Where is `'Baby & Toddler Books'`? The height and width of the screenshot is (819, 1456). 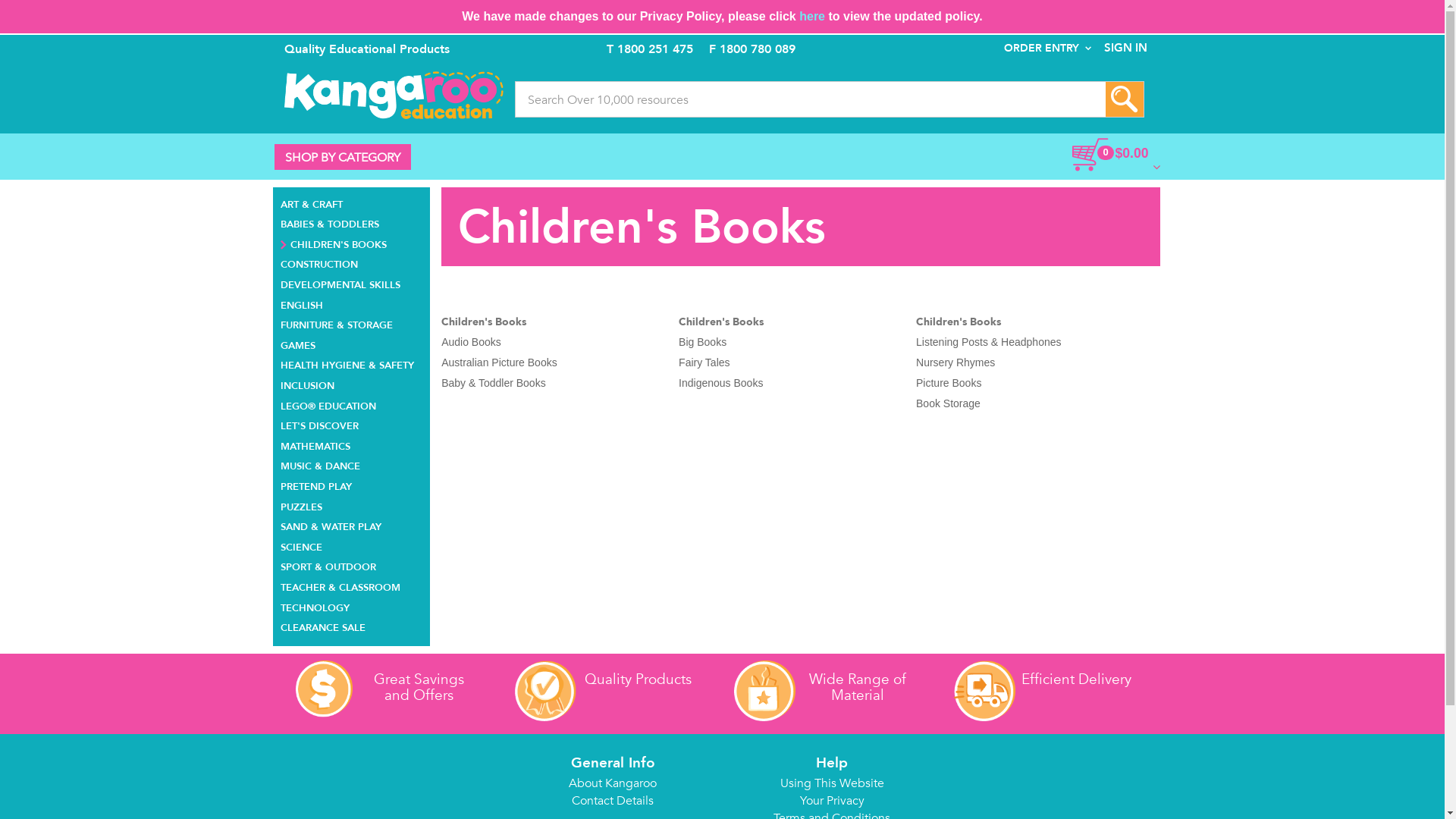
'Baby & Toddler Books' is located at coordinates (494, 382).